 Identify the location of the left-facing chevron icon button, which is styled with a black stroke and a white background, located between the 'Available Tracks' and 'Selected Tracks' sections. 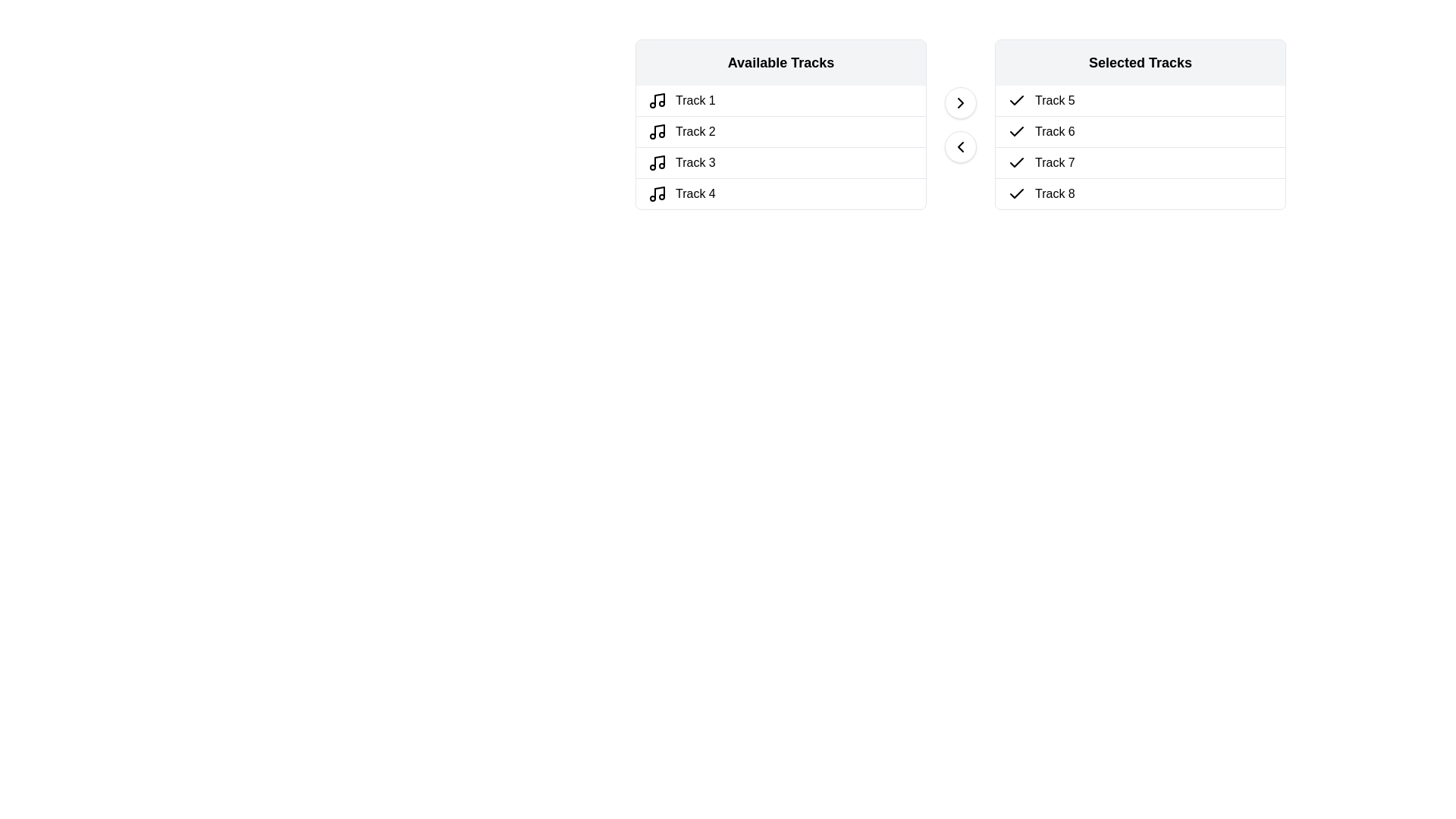
(960, 146).